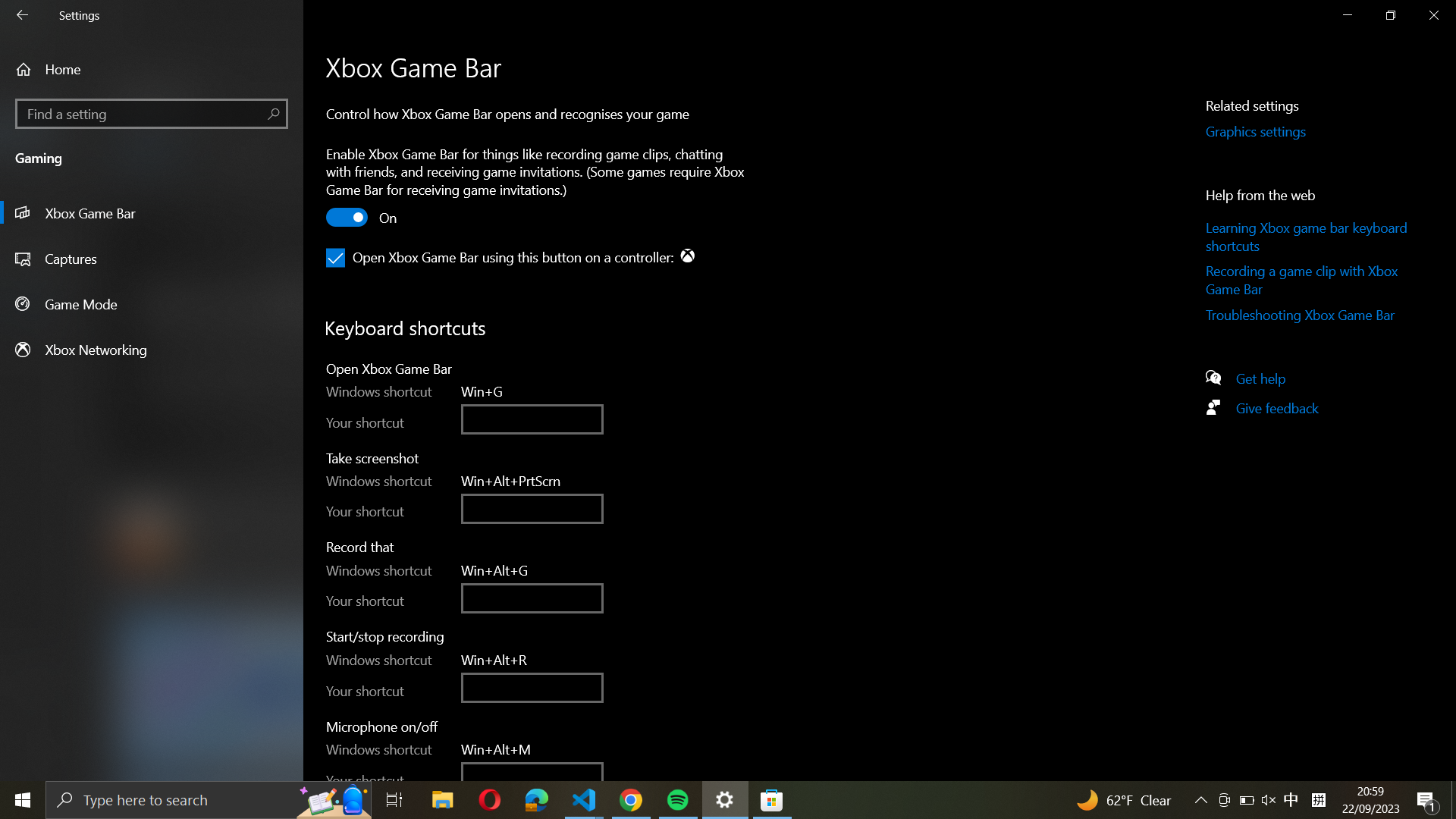 Image resolution: width=1456 pixels, height=819 pixels. Describe the element at coordinates (1268, 411) in the screenshot. I see `the page labeled "Give Feedback` at that location.